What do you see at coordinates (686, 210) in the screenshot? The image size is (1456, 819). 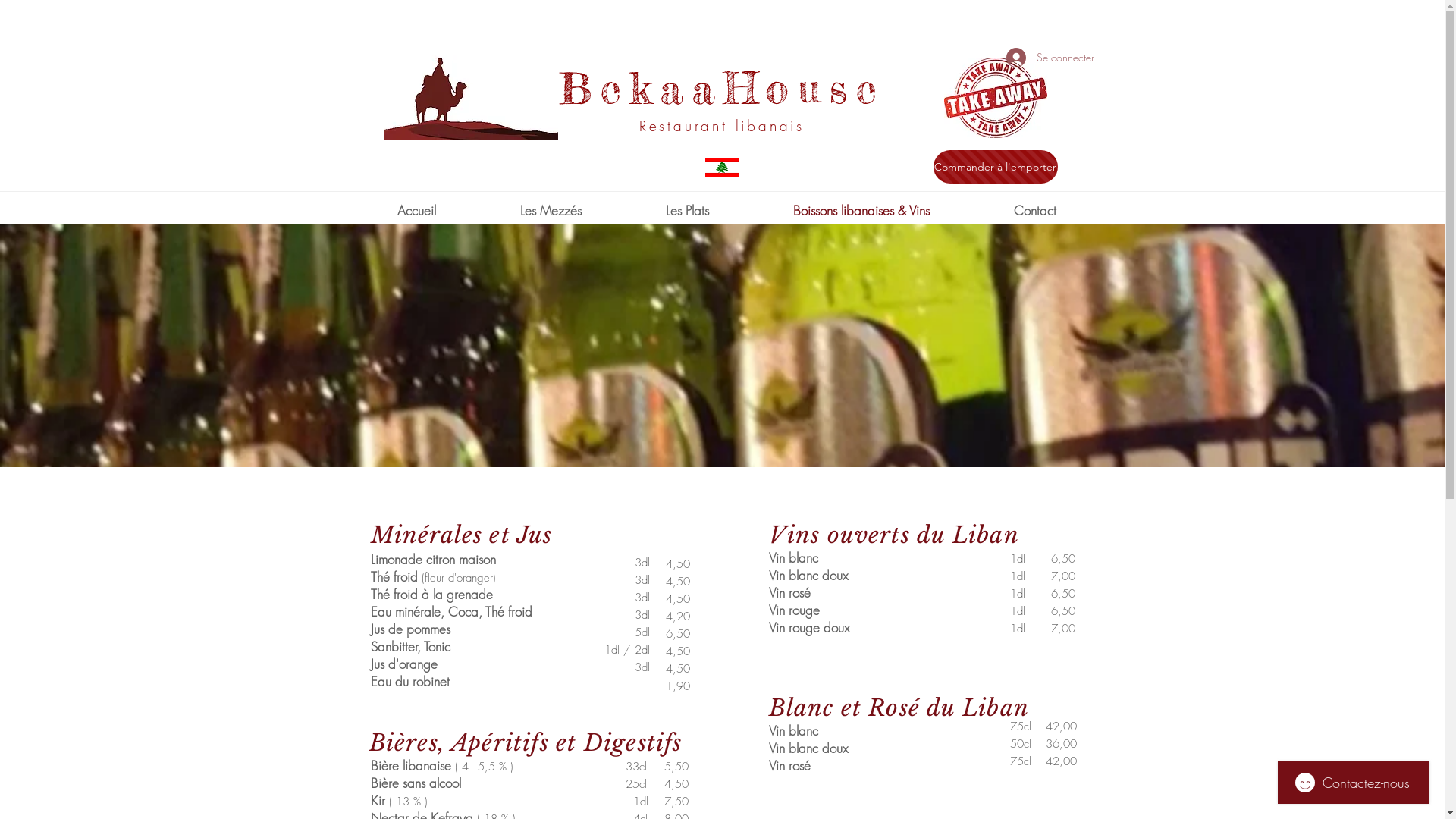 I see `'Les Plats'` at bounding box center [686, 210].